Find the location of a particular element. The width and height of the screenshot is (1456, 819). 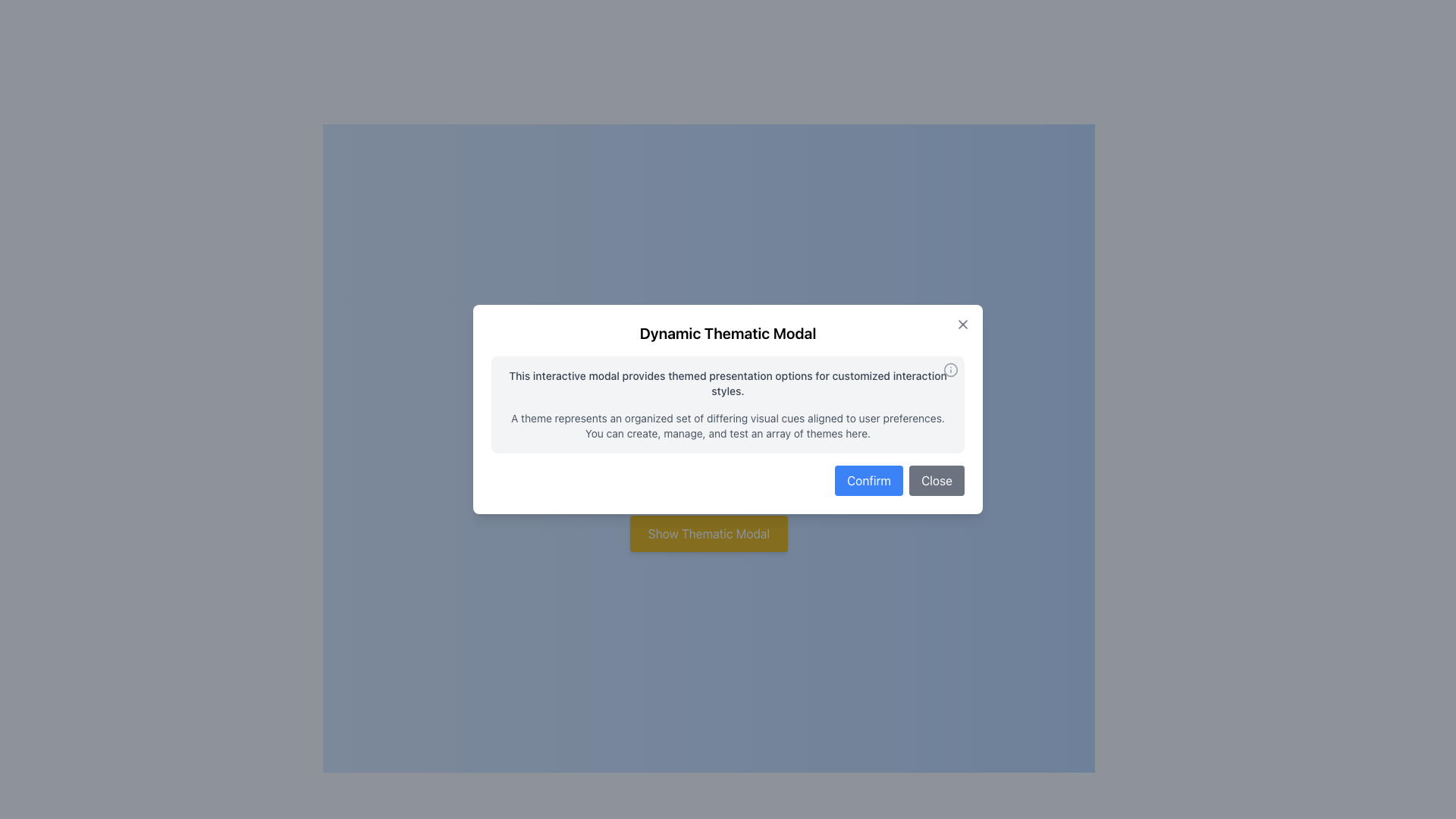

the 'Confirm' button, which has a blue background and white text, located near the bottom-right corner of the modal dialog is located at coordinates (869, 480).